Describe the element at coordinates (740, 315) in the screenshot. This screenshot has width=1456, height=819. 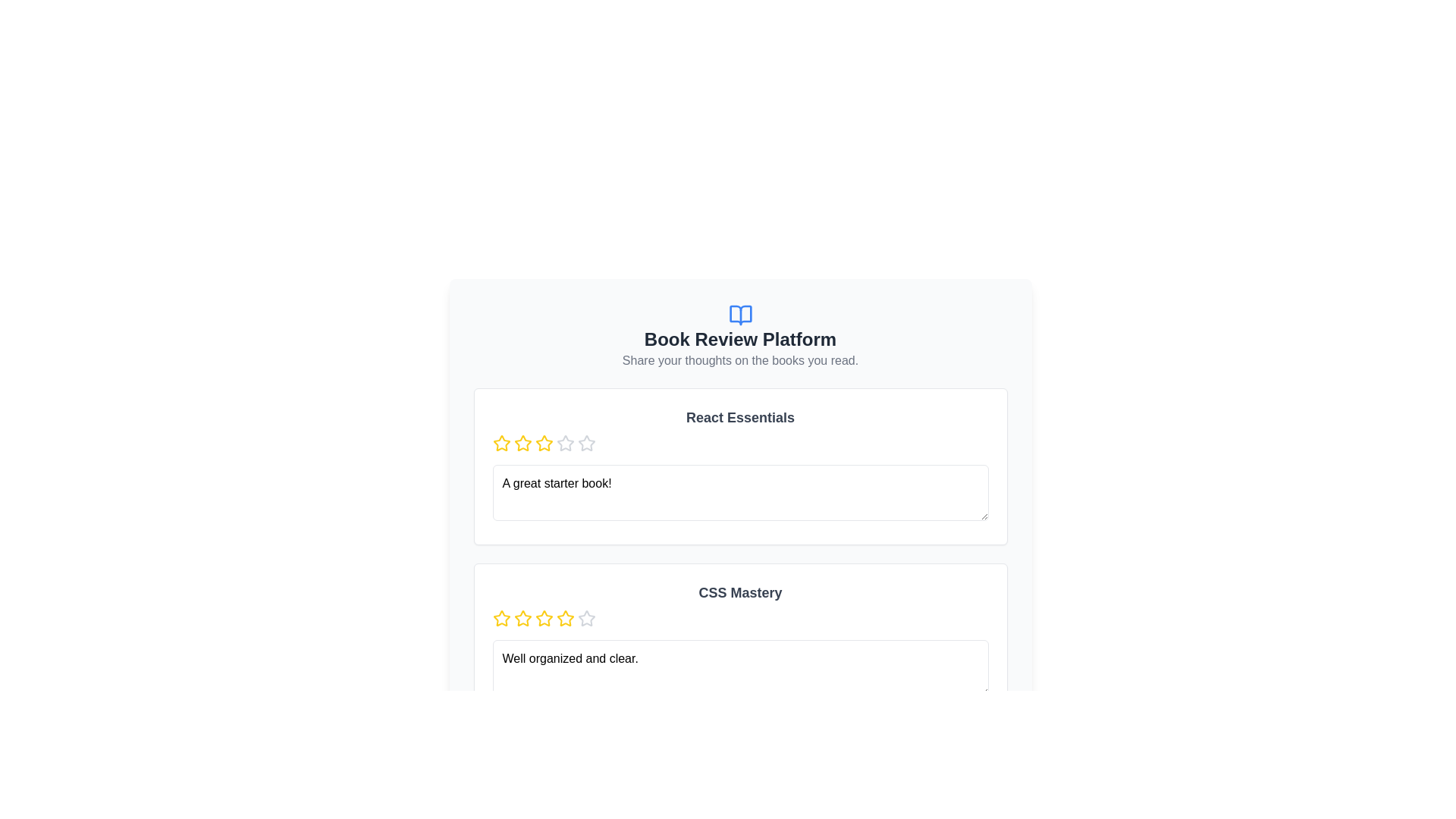
I see `the open book icon located in the header section of the interface, which features blue coloring and a minimalistic line-based design` at that location.